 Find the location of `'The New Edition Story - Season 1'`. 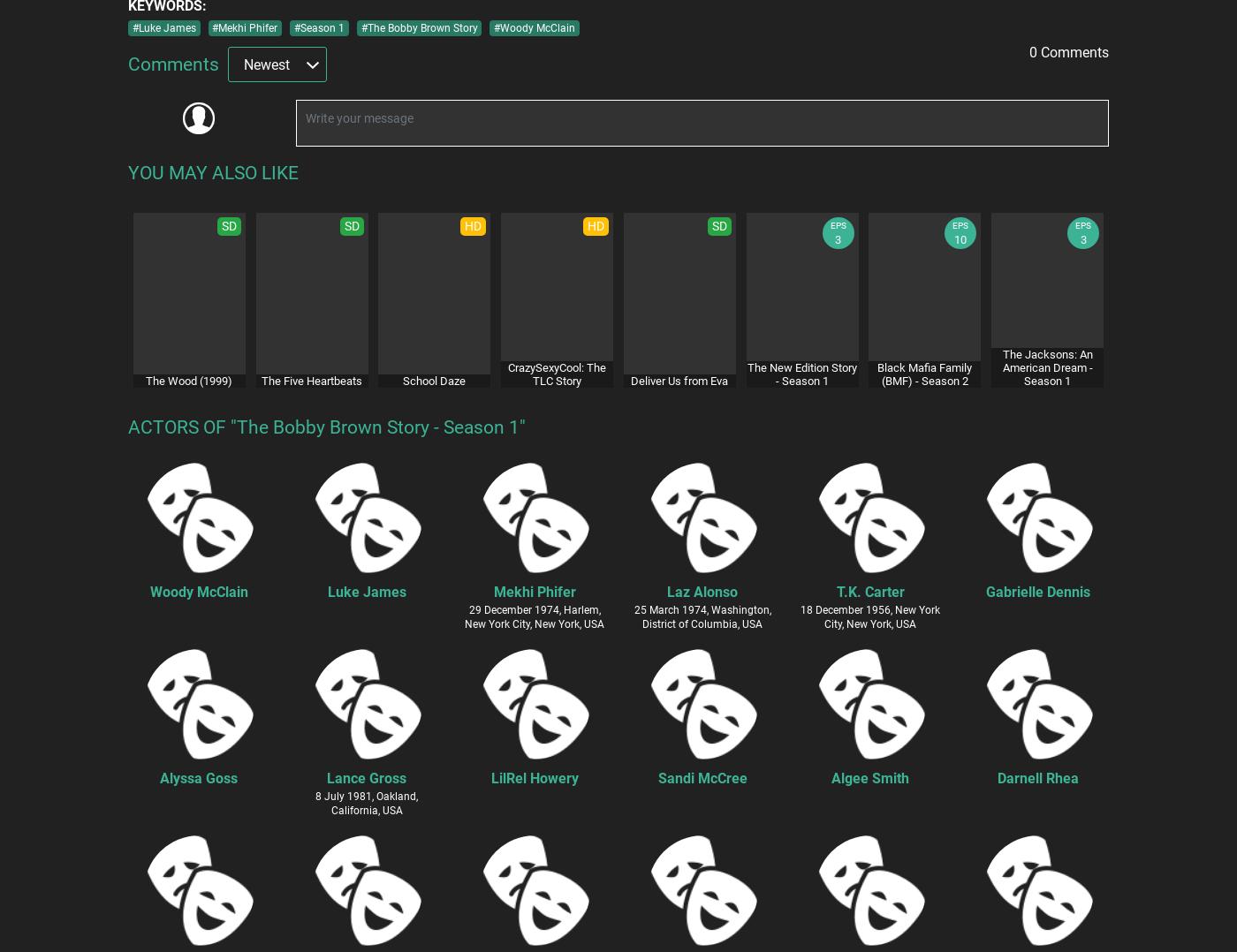

'The New Edition Story - Season 1' is located at coordinates (802, 373).